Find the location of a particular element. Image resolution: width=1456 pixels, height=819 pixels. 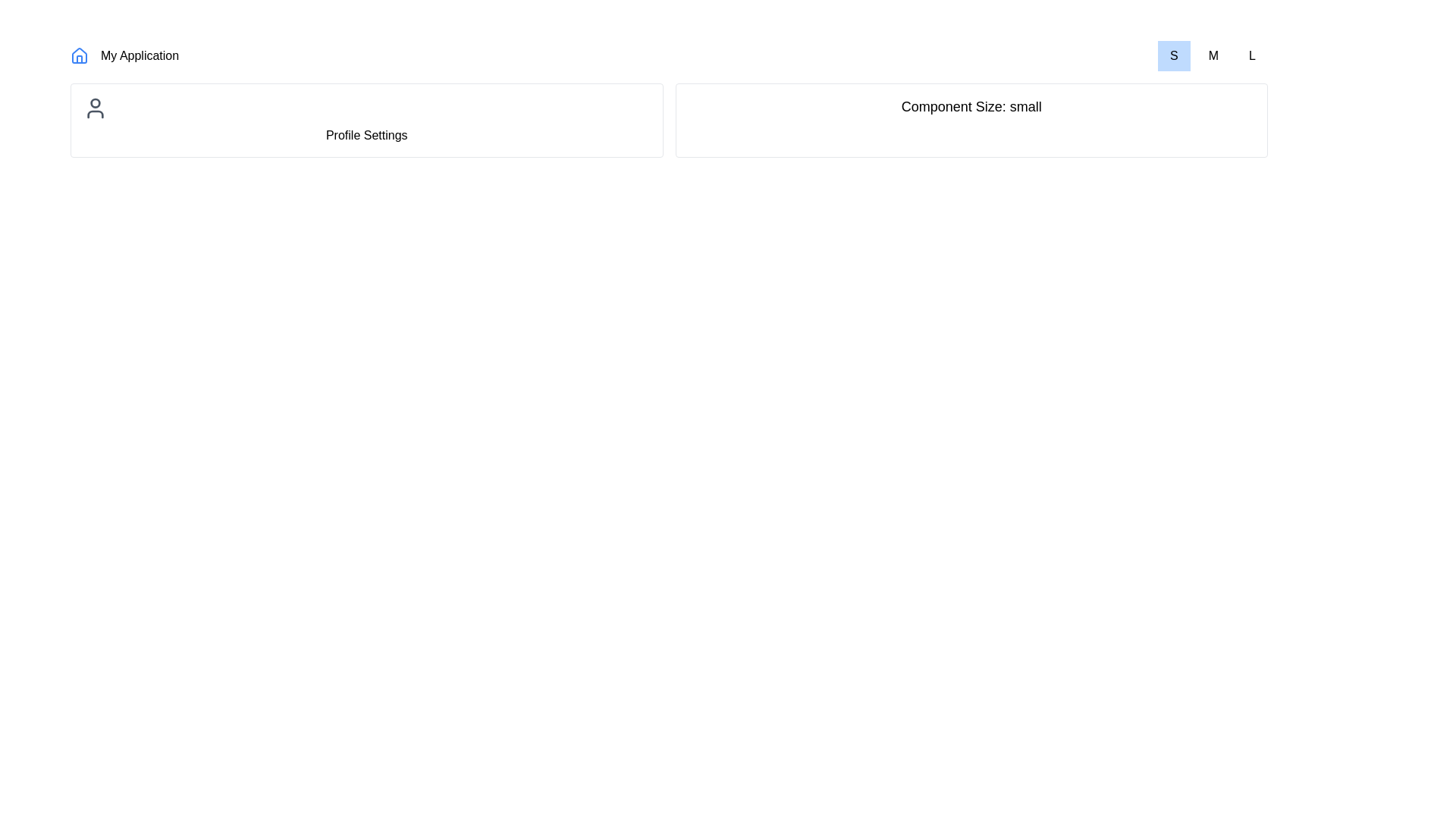

the selectable button for the 'L' option, located at the top-right corner of the interface, following the 'S' and 'M' buttons is located at coordinates (1252, 55).